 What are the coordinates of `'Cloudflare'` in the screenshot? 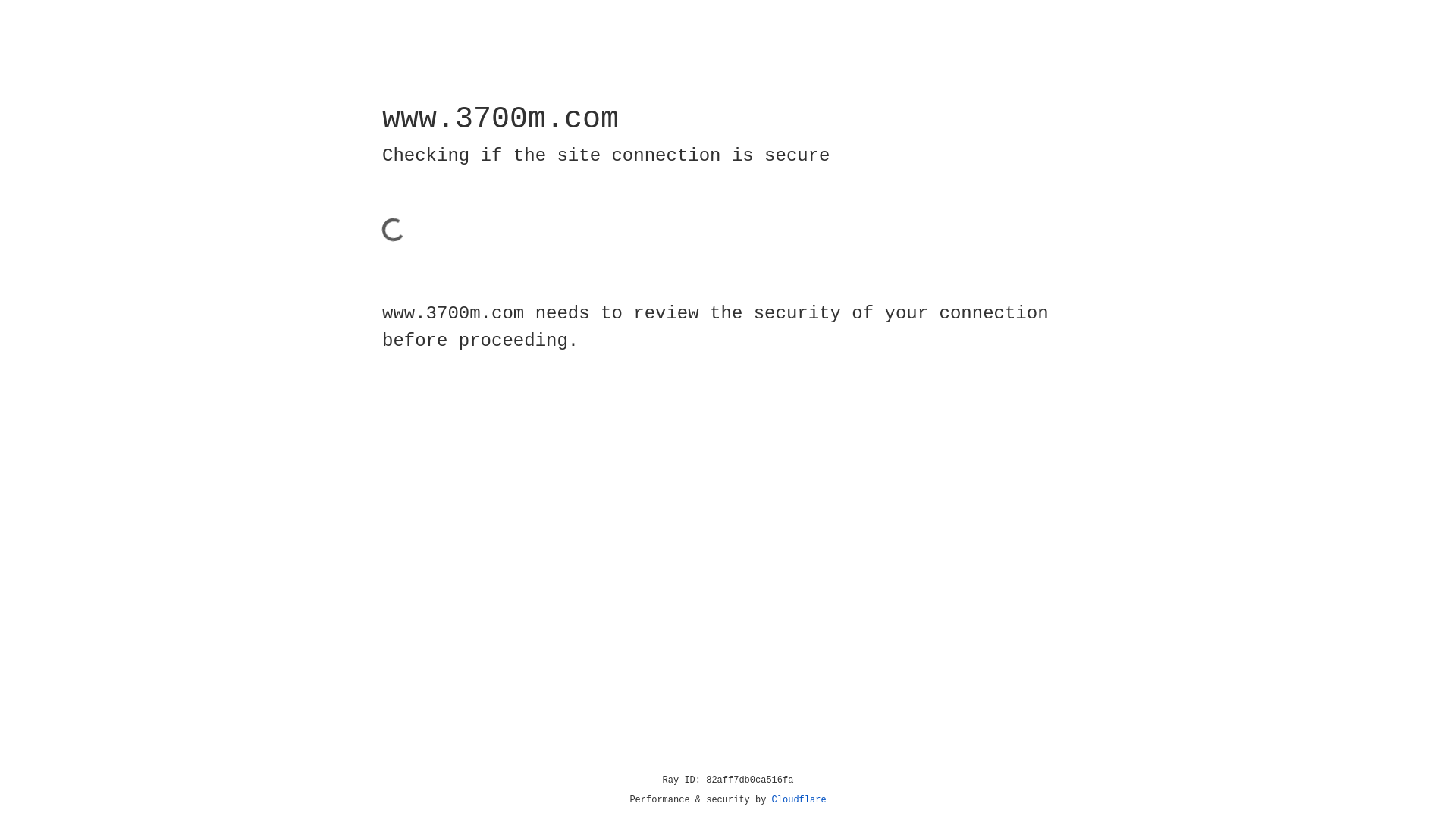 It's located at (771, 799).